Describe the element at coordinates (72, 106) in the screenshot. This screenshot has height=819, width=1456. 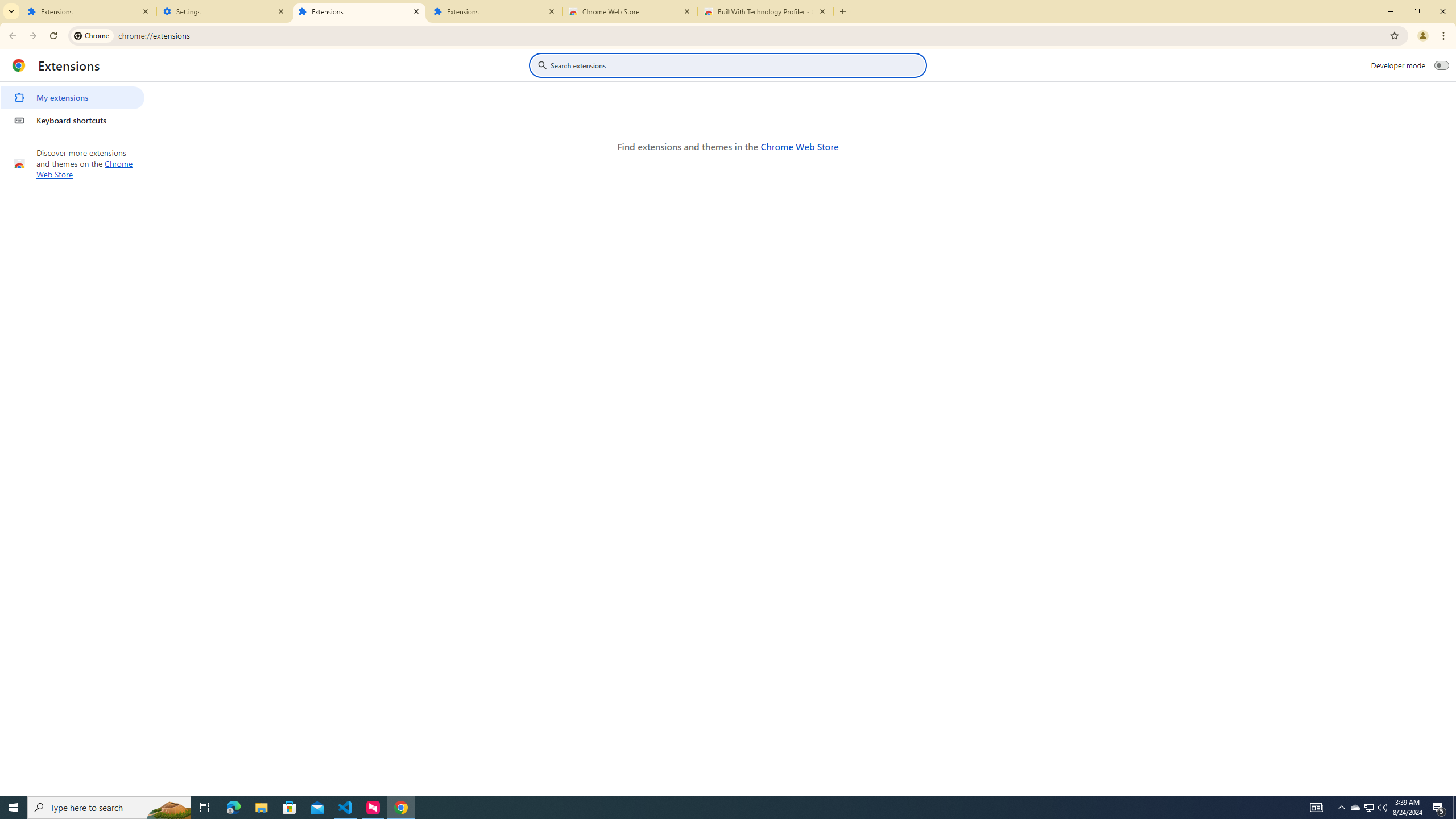
I see `'AutomationID: sectionMenu'` at that location.